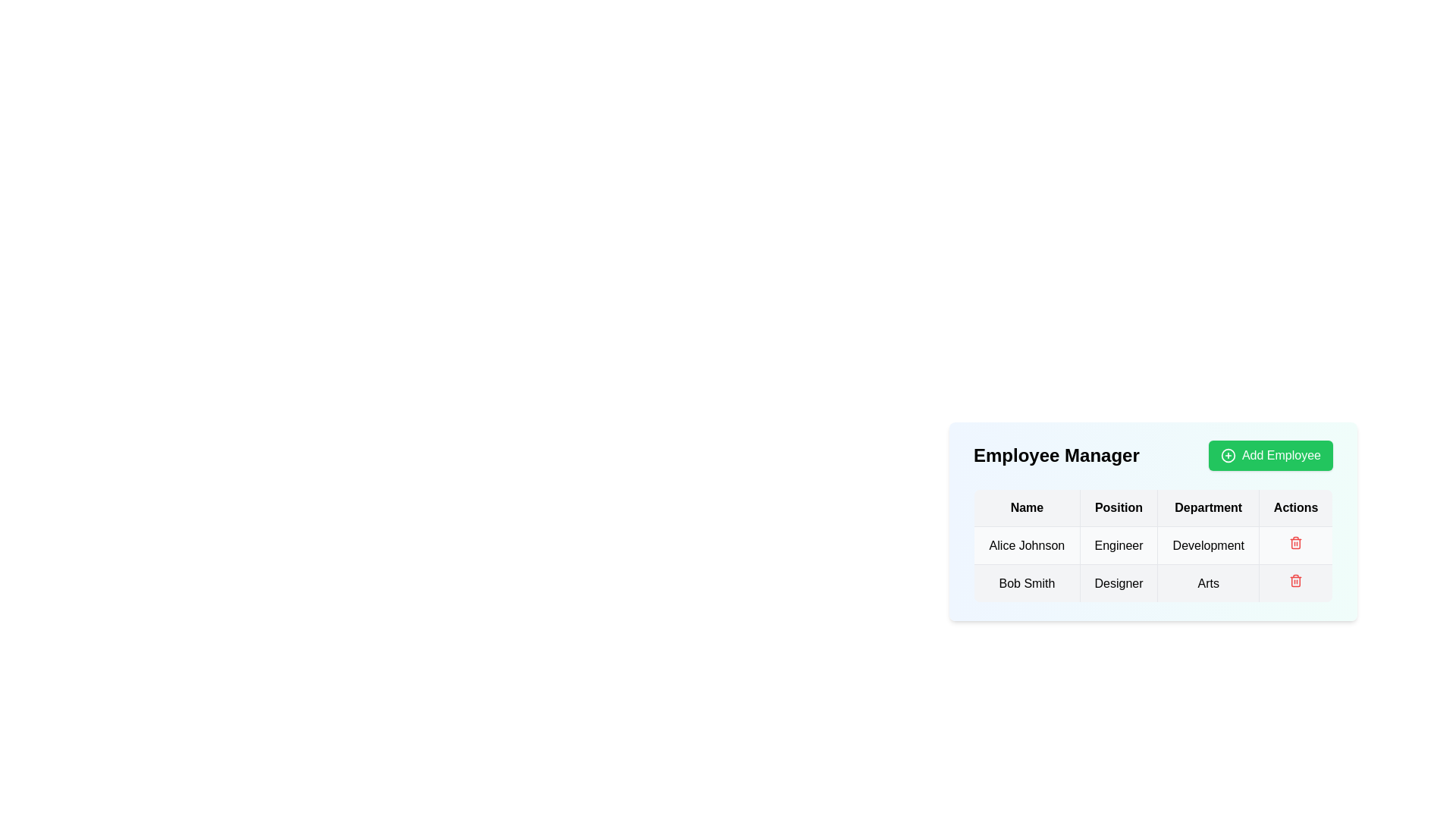 The height and width of the screenshot is (819, 1456). Describe the element at coordinates (1228, 455) in the screenshot. I see `the plus circle icon located to the left of the 'Add Employee' text in the top-right corner of the 'Employee Manager' panel` at that location.